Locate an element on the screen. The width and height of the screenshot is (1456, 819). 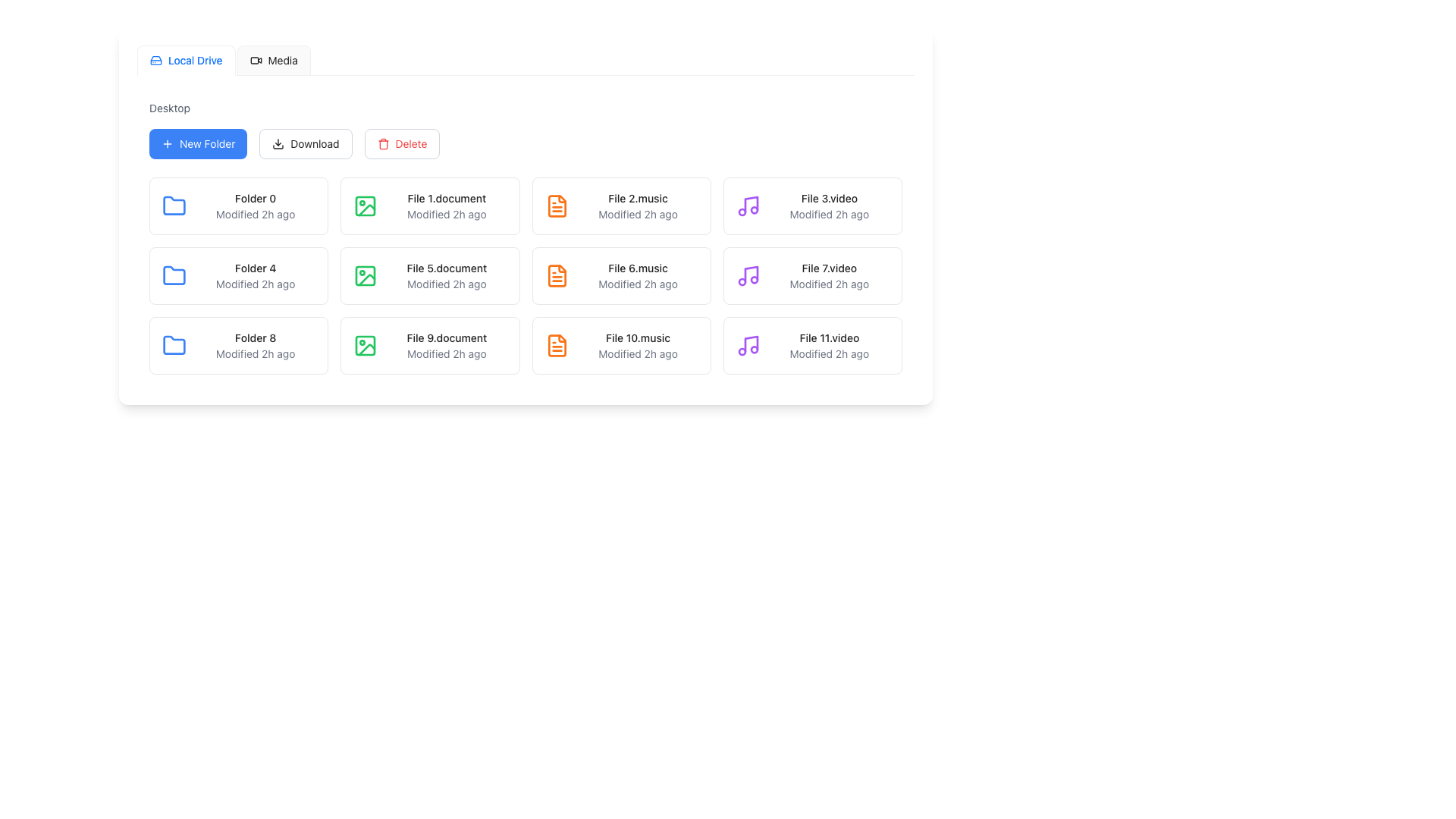
the folder icon with a blue color fill, labeled 'Folder 4' is located at coordinates (174, 275).